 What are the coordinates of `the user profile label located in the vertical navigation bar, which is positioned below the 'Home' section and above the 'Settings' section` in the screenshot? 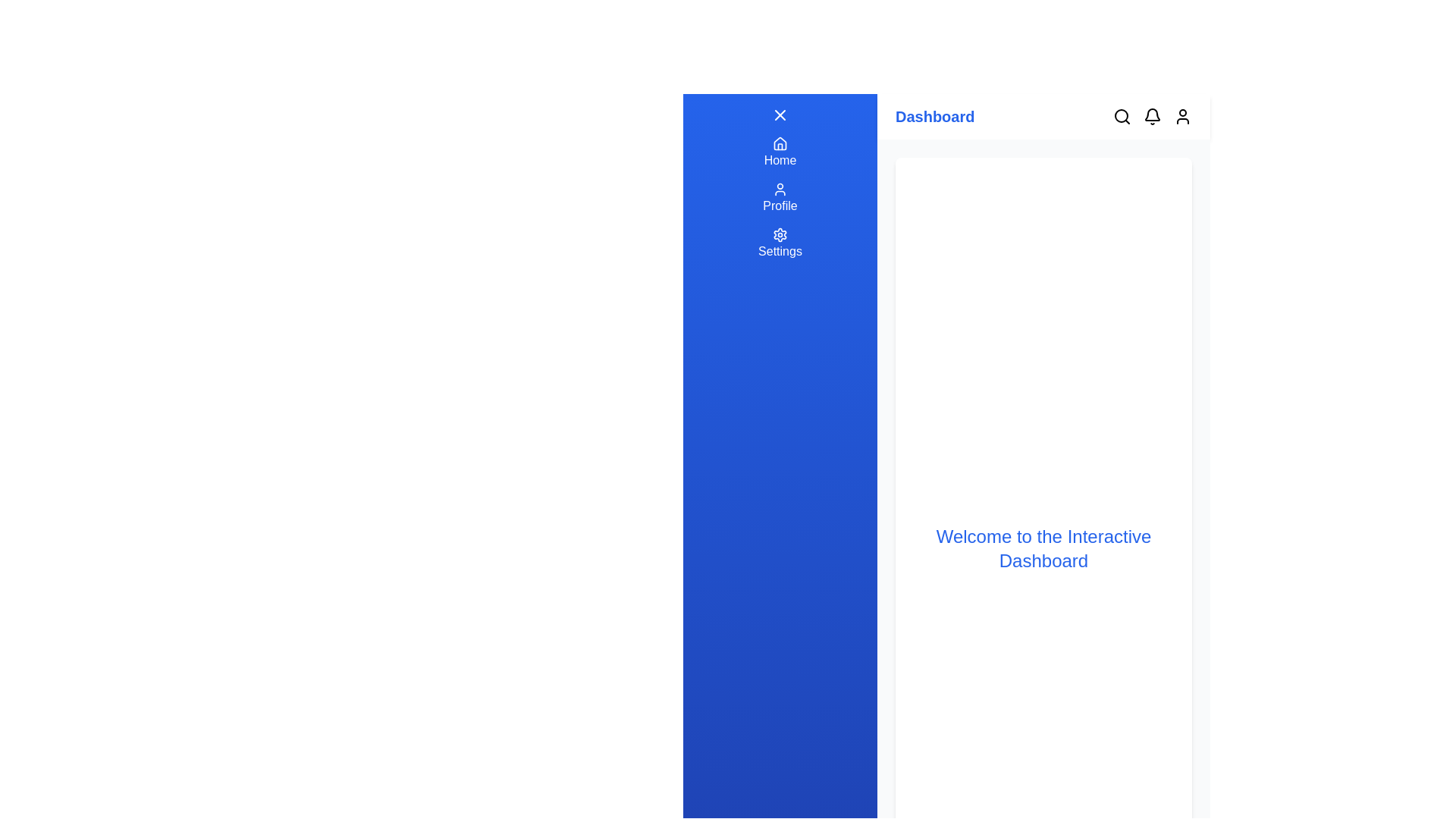 It's located at (780, 206).